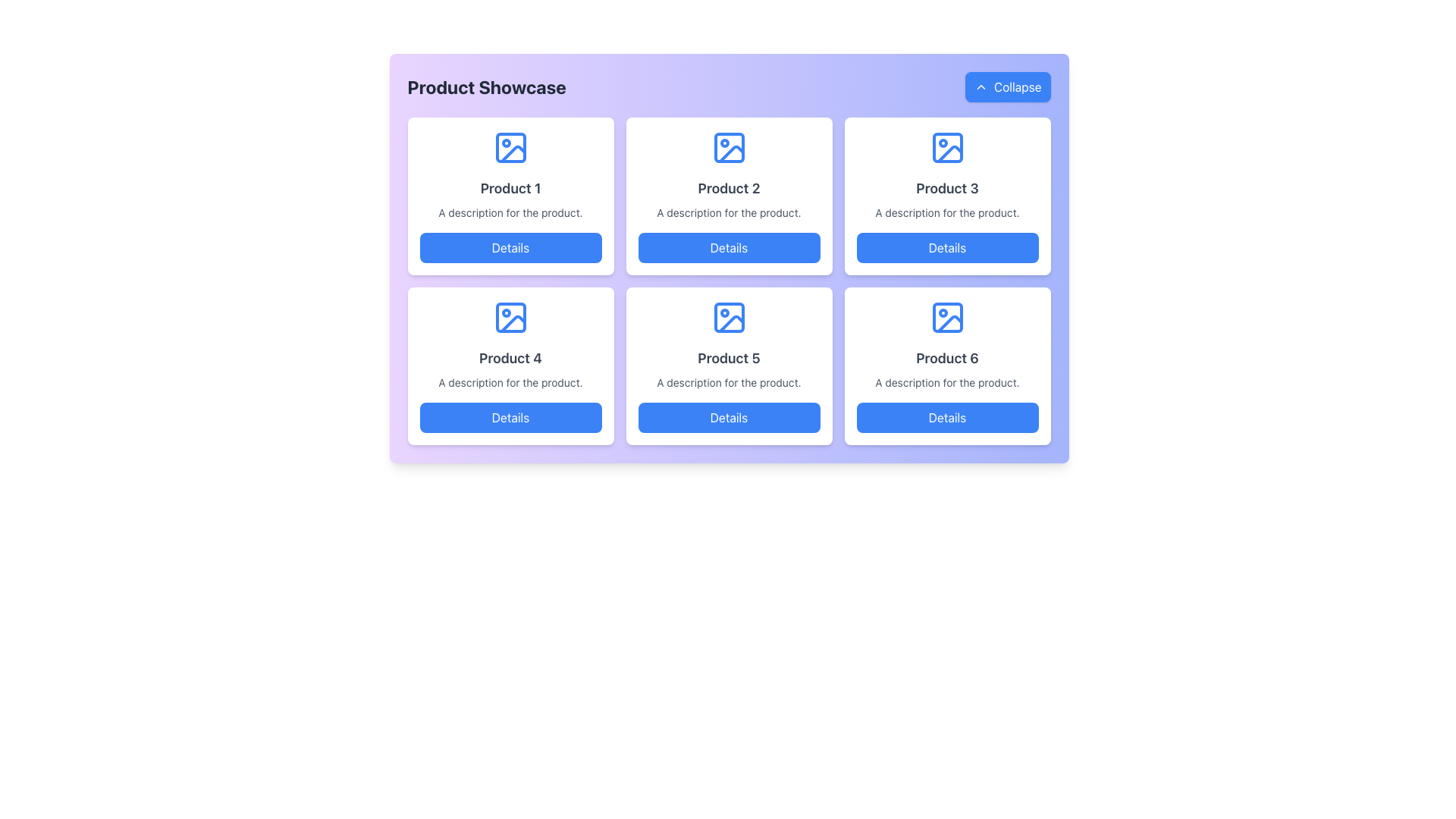 The width and height of the screenshot is (1456, 819). I want to click on text 'Collapse' from the blue button located at the top-right corner of the interface, so click(1018, 87).